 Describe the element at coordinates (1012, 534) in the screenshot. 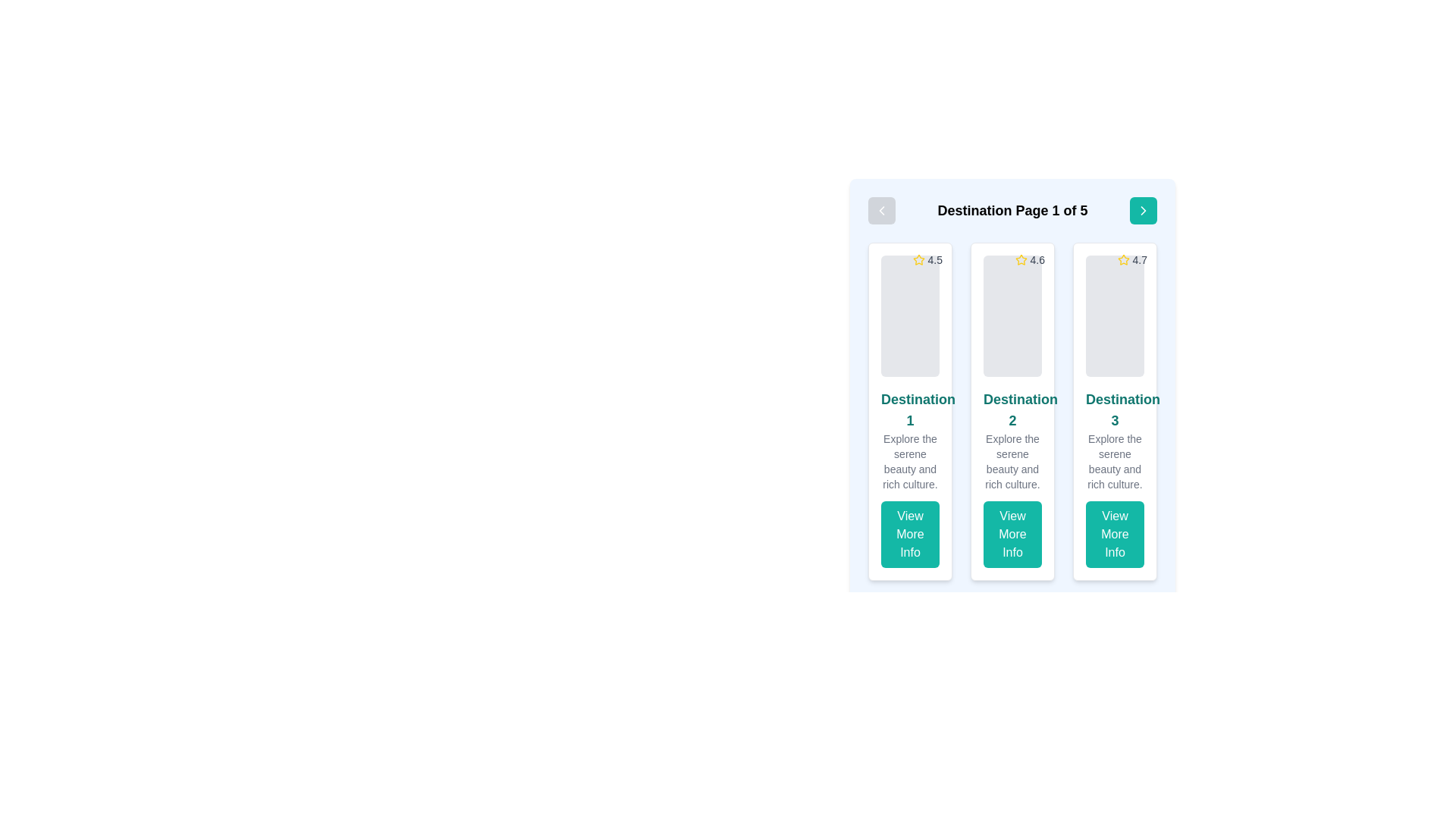

I see `the 'View More Info' button with a teal background located at the bottom of the 'Destination 2' card` at that location.